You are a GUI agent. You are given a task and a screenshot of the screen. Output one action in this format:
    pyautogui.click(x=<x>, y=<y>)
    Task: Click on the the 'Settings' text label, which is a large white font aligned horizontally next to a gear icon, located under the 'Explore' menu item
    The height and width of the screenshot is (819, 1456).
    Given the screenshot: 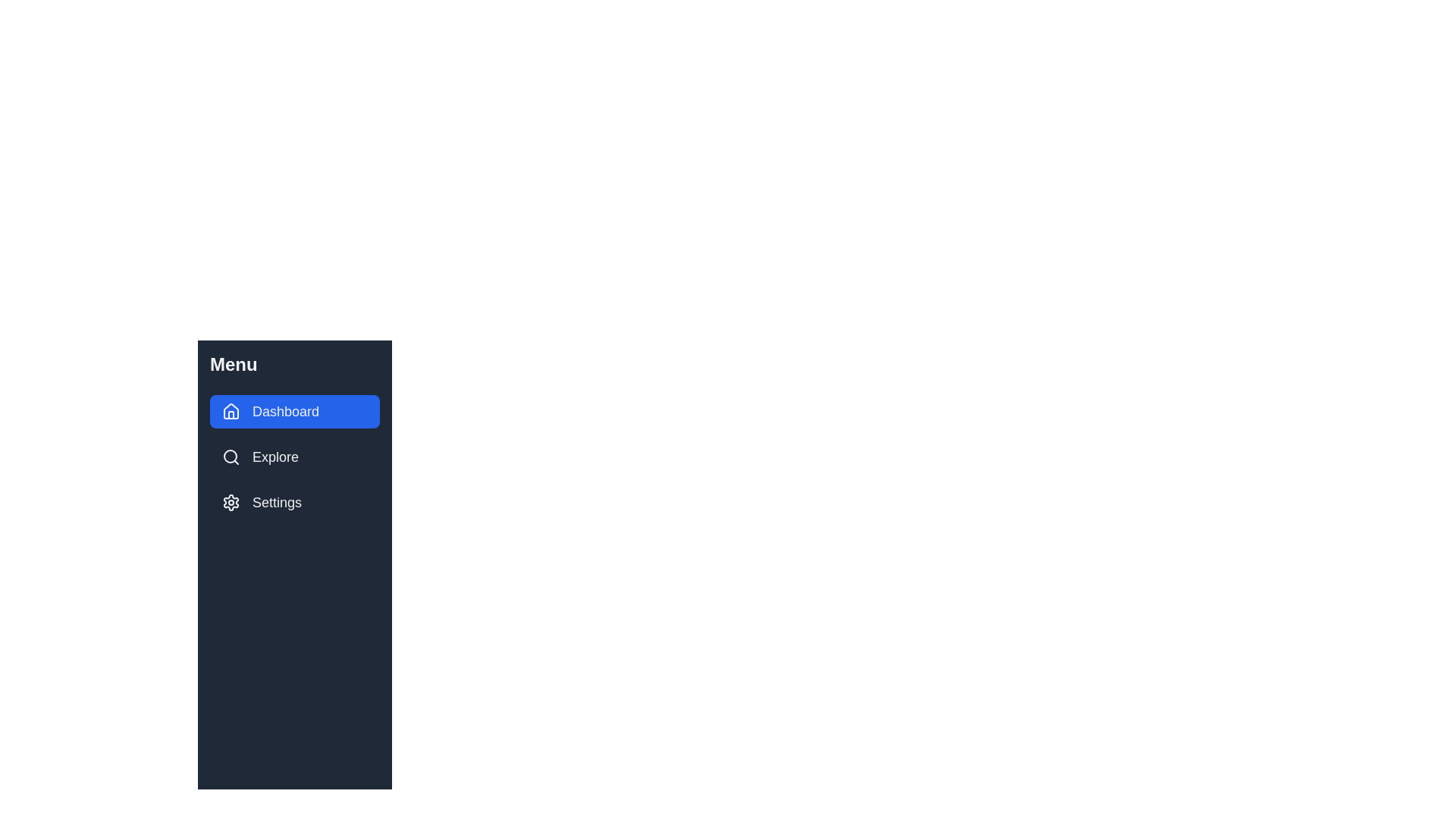 What is the action you would take?
    pyautogui.click(x=277, y=503)
    